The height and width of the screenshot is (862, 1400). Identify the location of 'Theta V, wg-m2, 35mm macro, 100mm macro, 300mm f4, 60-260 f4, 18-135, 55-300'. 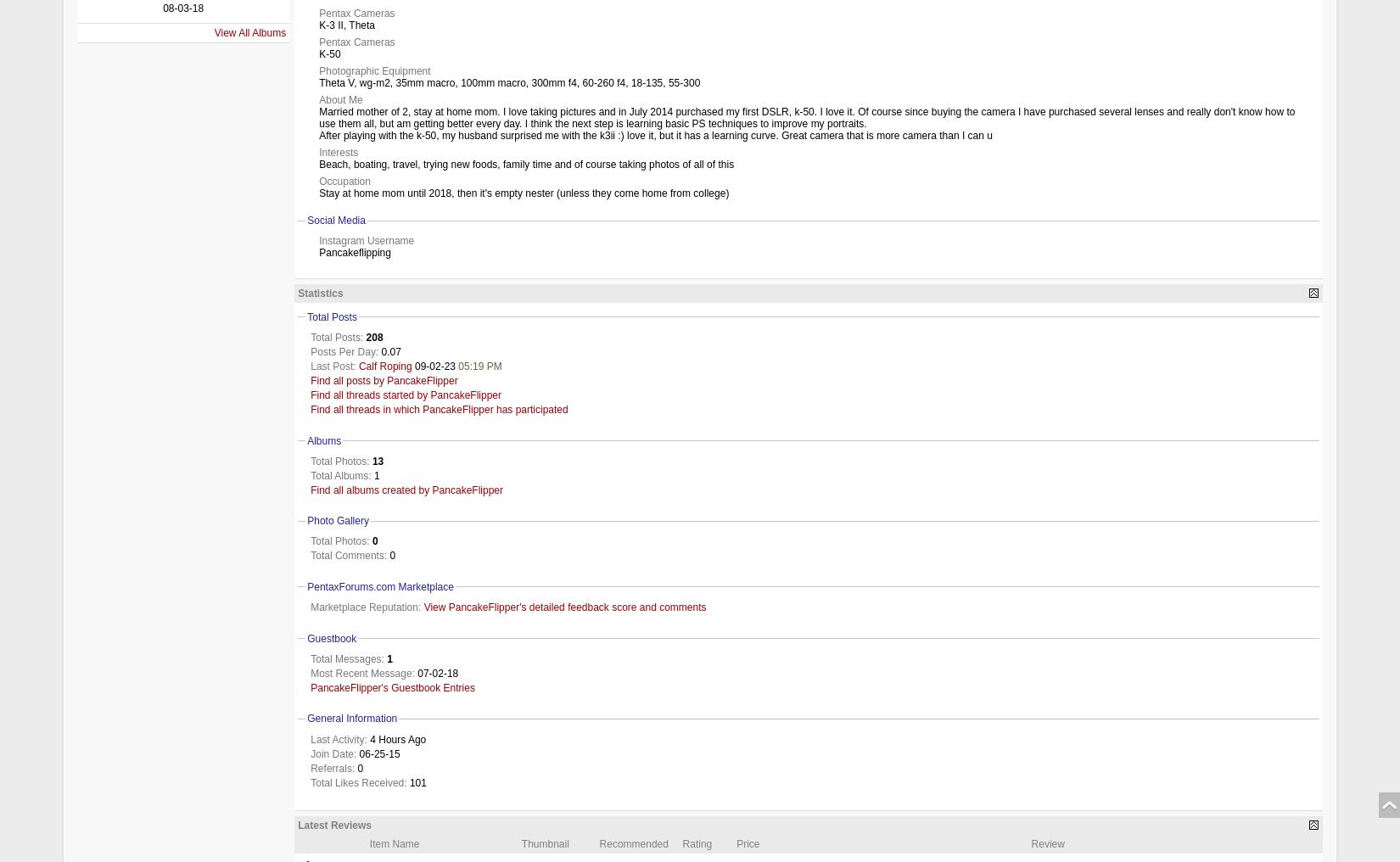
(319, 82).